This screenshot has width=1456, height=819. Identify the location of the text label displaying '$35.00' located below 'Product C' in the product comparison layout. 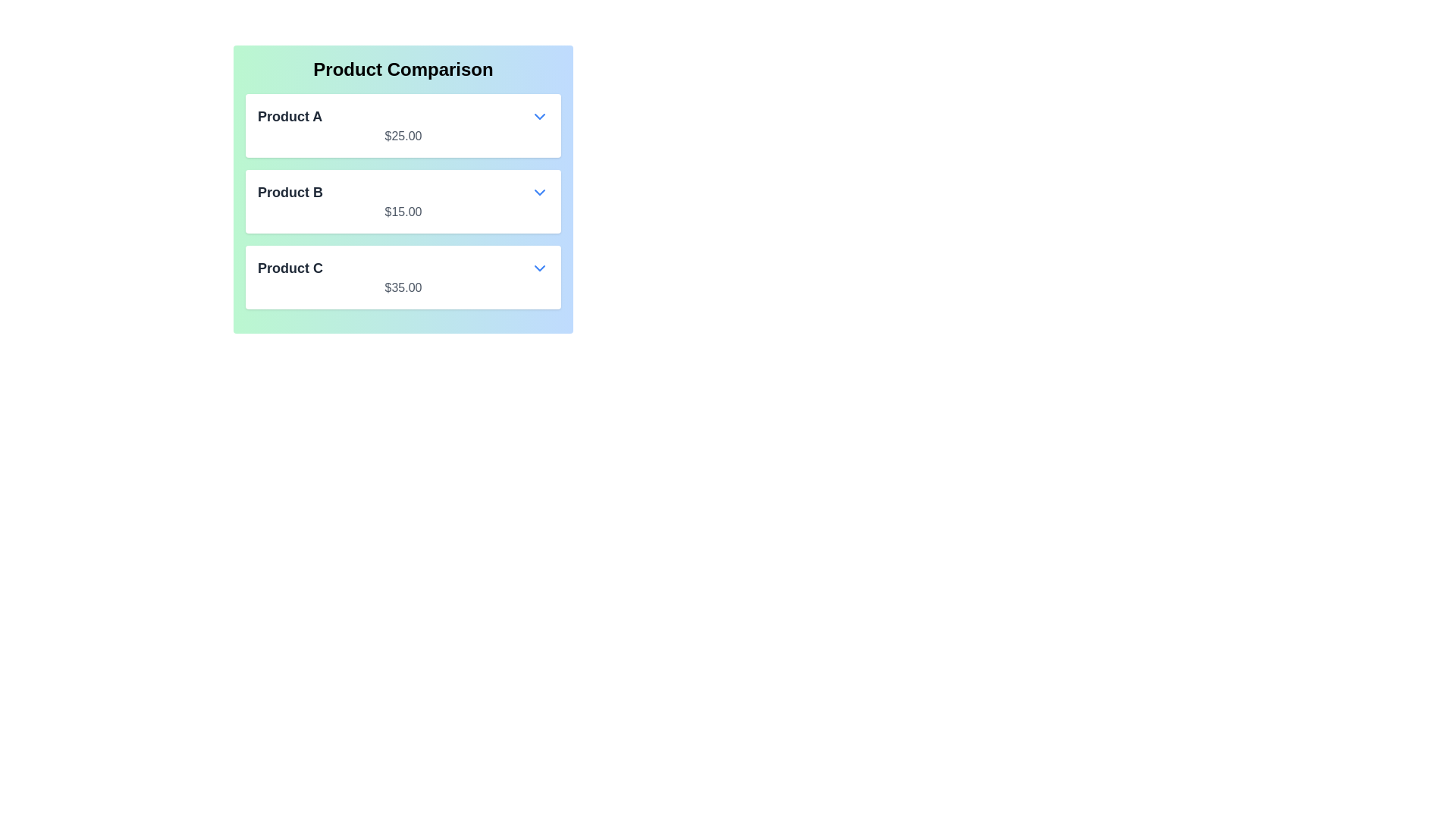
(403, 288).